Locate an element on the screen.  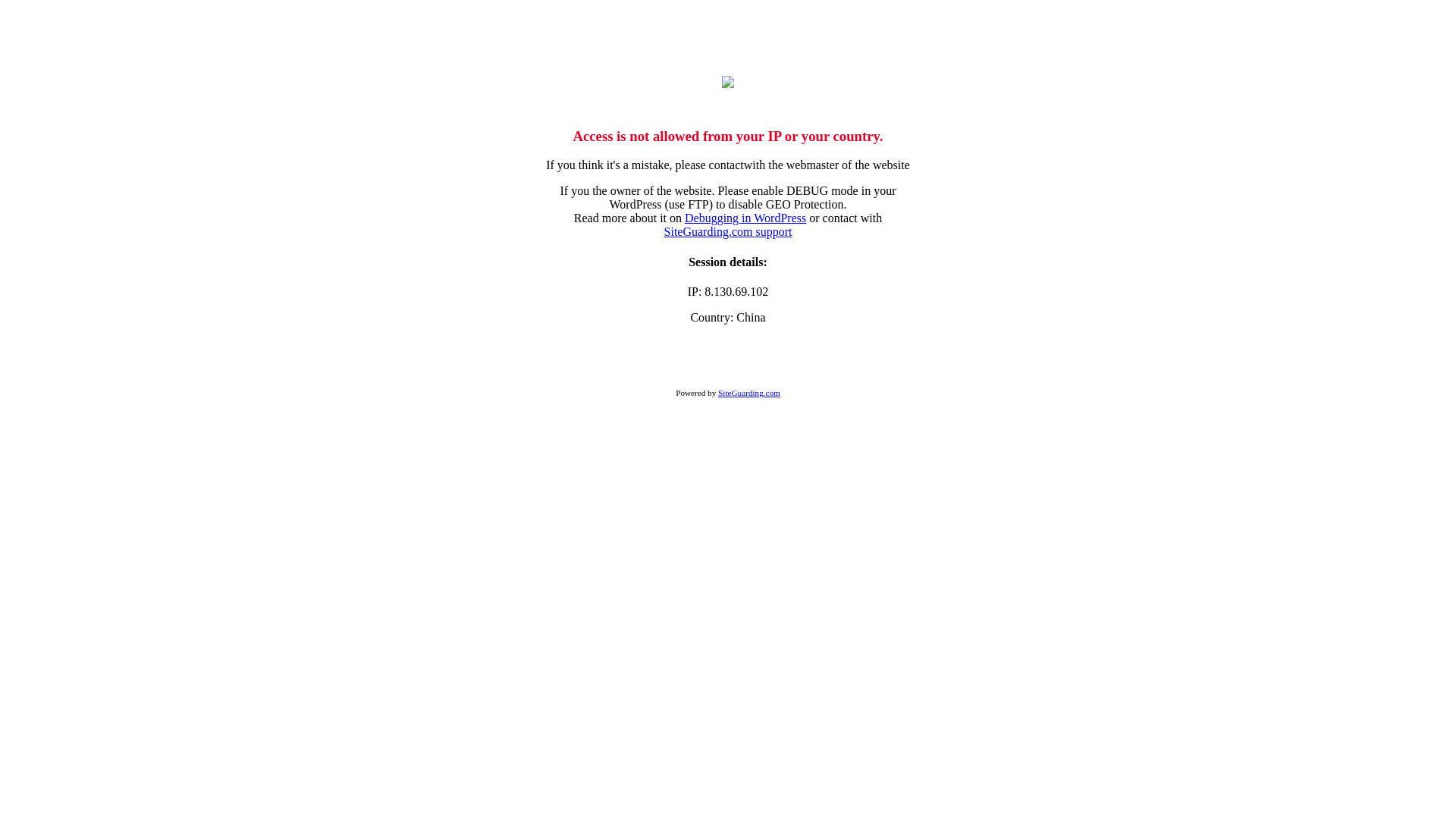
'SiteGuarding.com support' is located at coordinates (728, 231).